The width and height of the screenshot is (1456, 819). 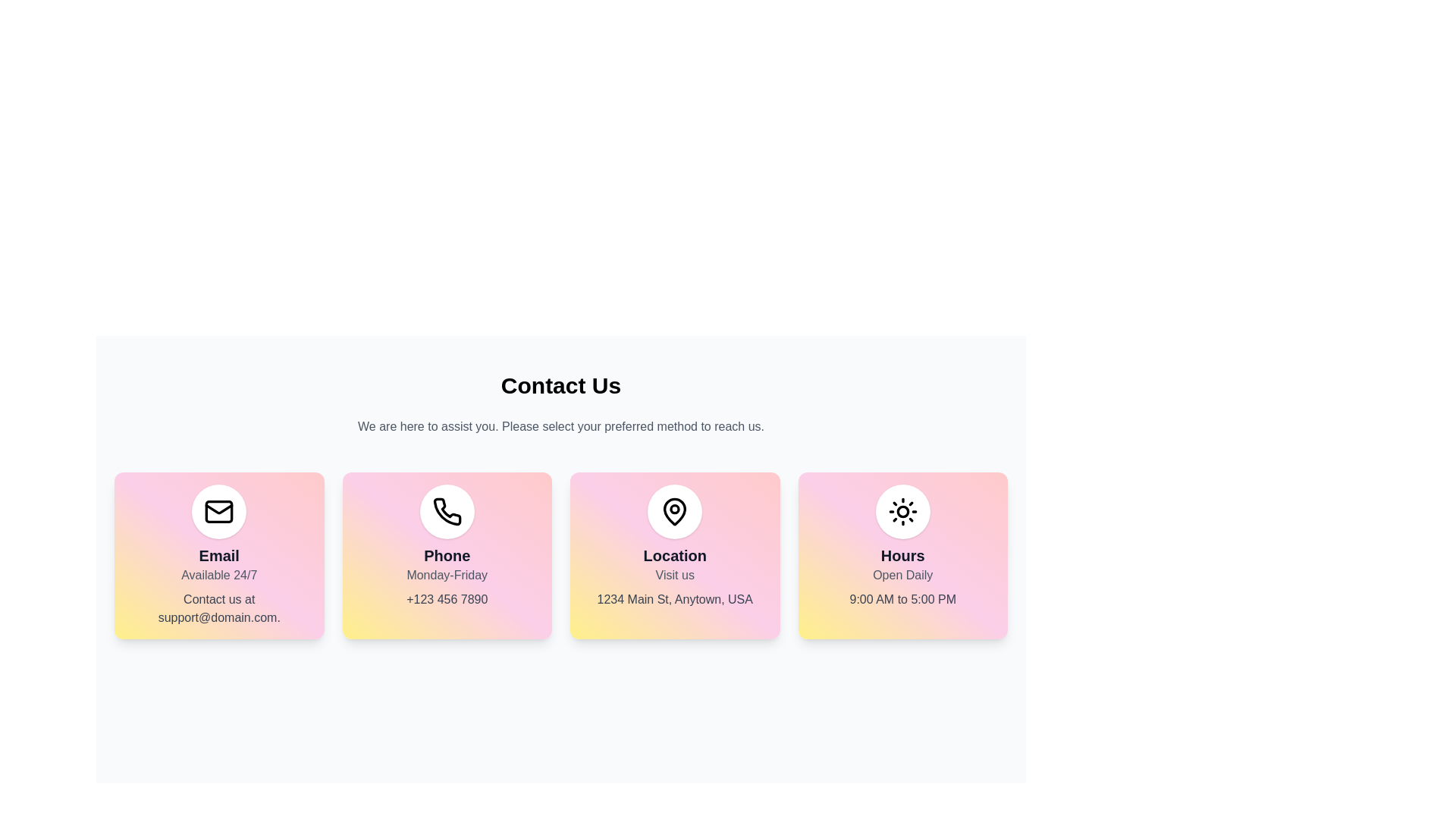 What do you see at coordinates (902, 555) in the screenshot?
I see `the text label indicating the hours of operation, located above the 'Open Daily' text in the bottom part of the rightmost card` at bounding box center [902, 555].